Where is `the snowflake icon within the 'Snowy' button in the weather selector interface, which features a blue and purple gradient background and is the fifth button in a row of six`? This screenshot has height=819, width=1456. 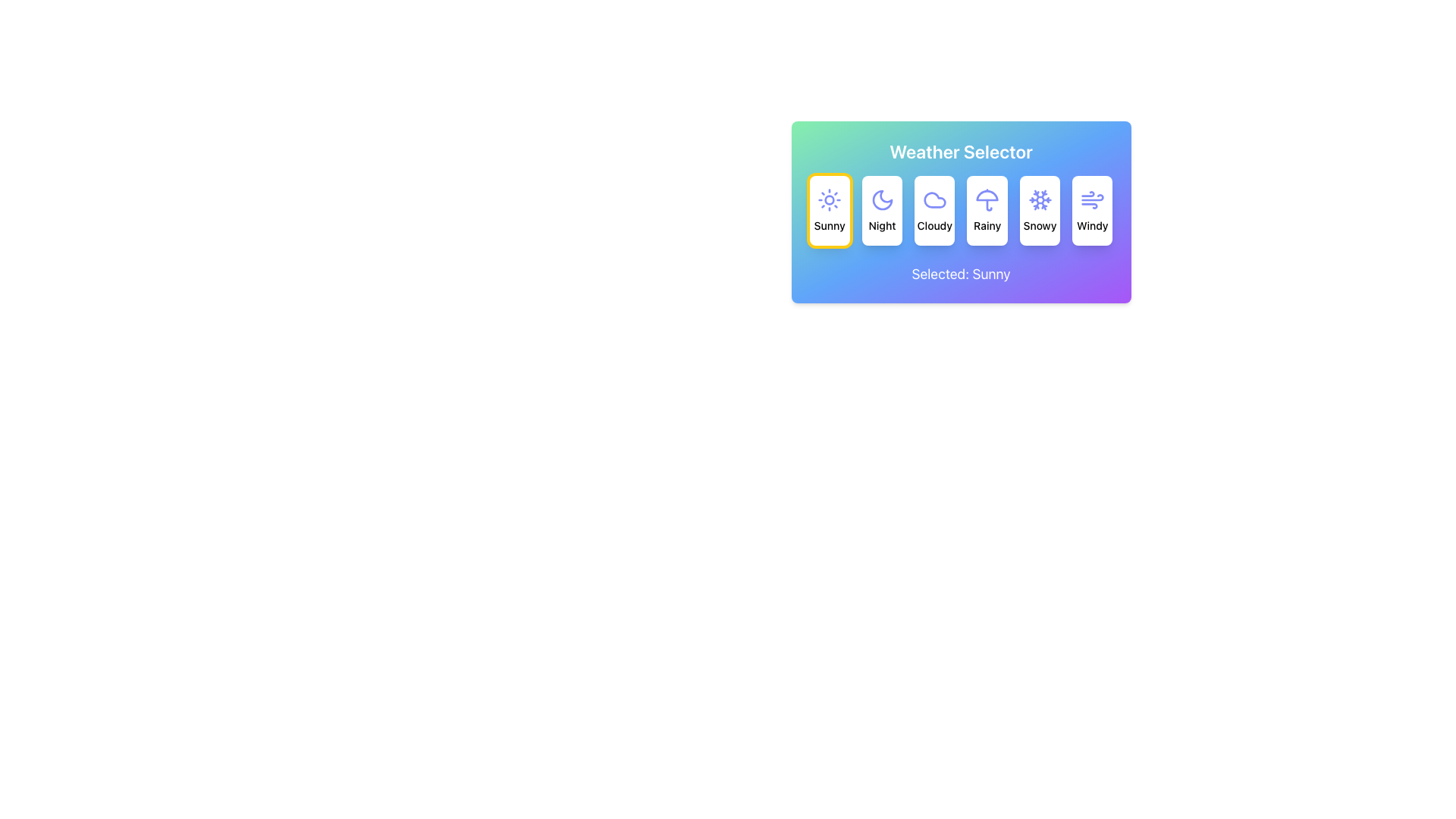 the snowflake icon within the 'Snowy' button in the weather selector interface, which features a blue and purple gradient background and is the fifth button in a row of six is located at coordinates (1043, 195).